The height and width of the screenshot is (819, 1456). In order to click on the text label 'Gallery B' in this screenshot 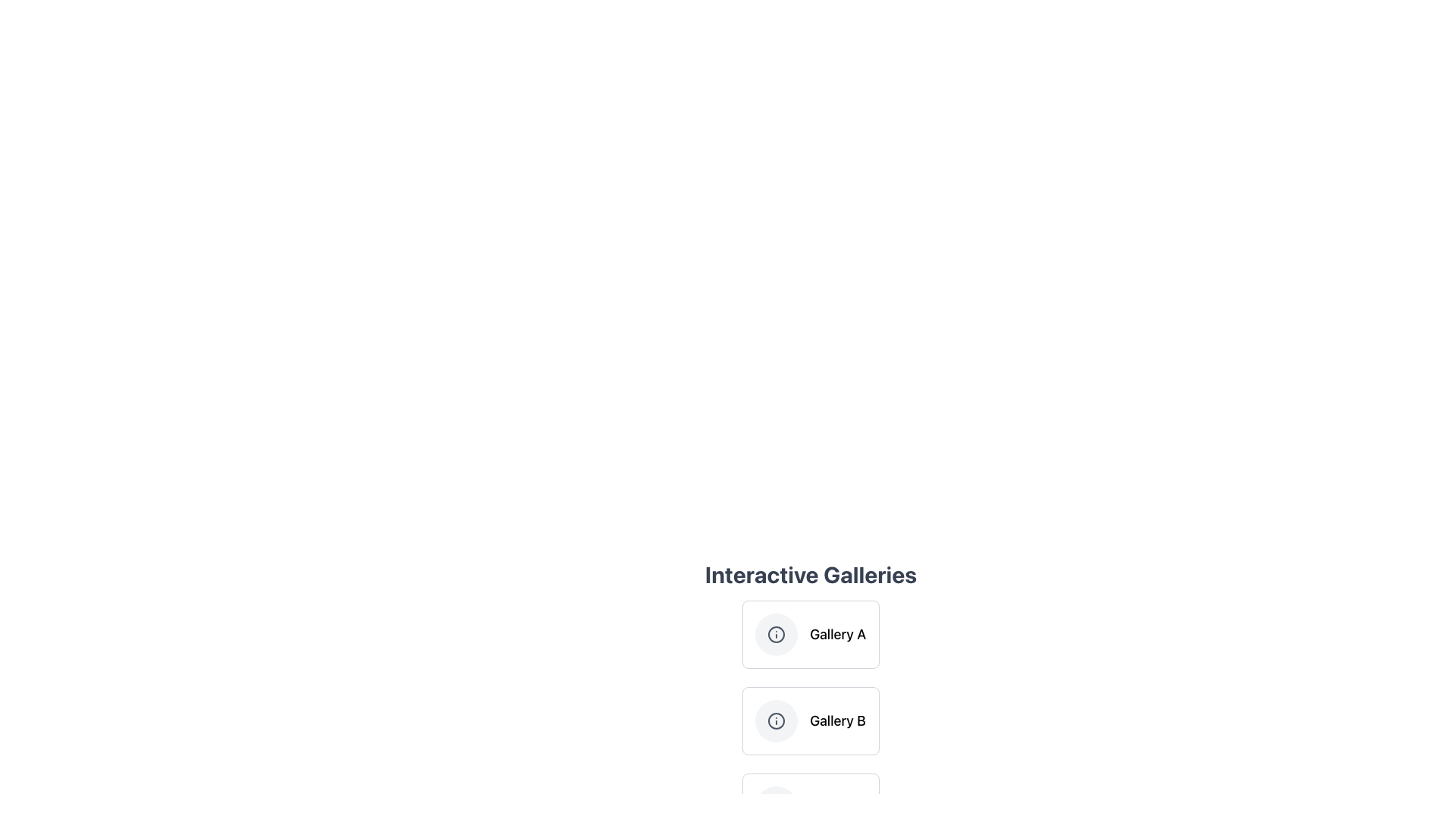, I will do `click(836, 720)`.